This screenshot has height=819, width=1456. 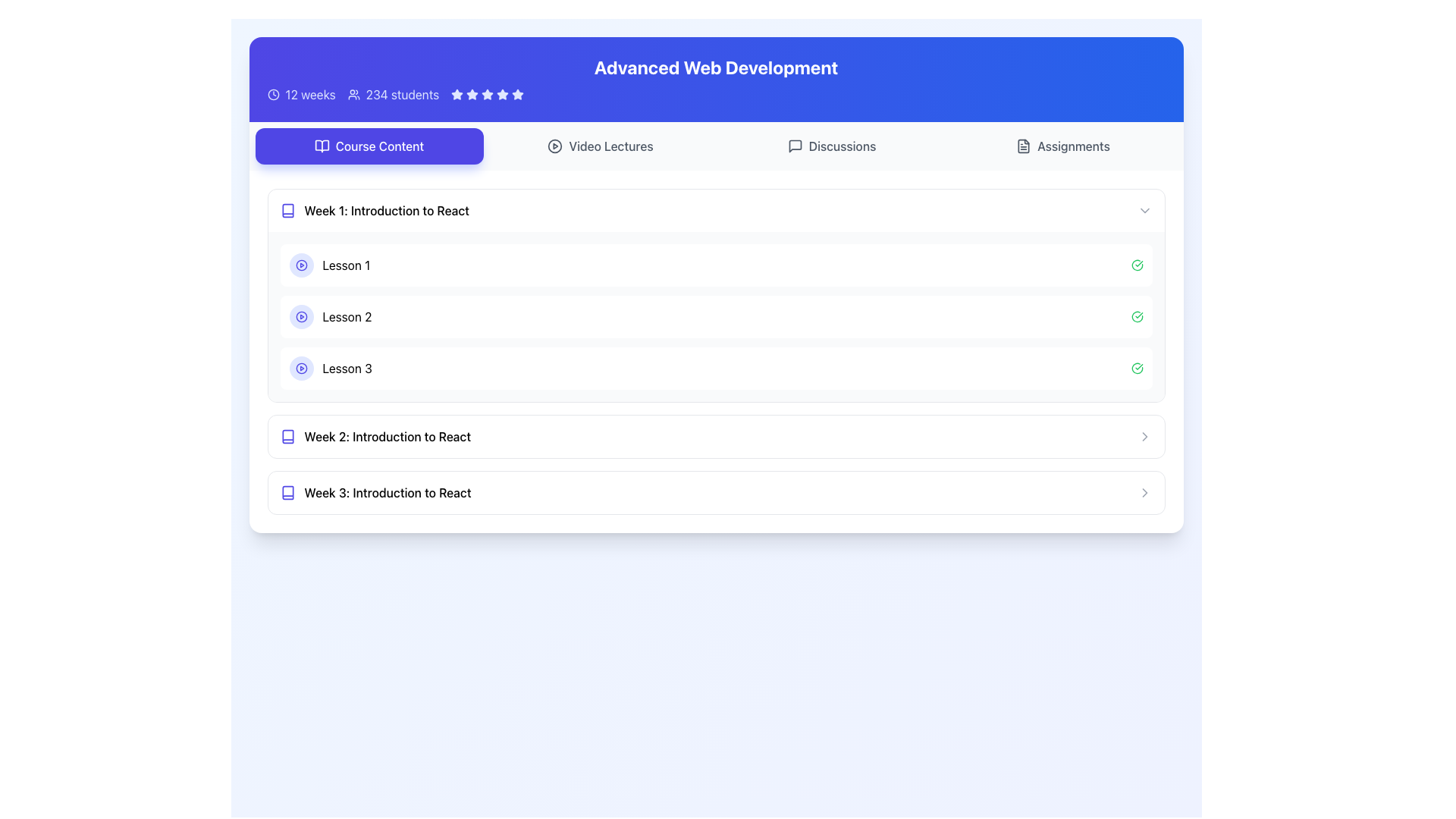 What do you see at coordinates (715, 265) in the screenshot?
I see `the 'Lesson 1' card in the Course Content section` at bounding box center [715, 265].